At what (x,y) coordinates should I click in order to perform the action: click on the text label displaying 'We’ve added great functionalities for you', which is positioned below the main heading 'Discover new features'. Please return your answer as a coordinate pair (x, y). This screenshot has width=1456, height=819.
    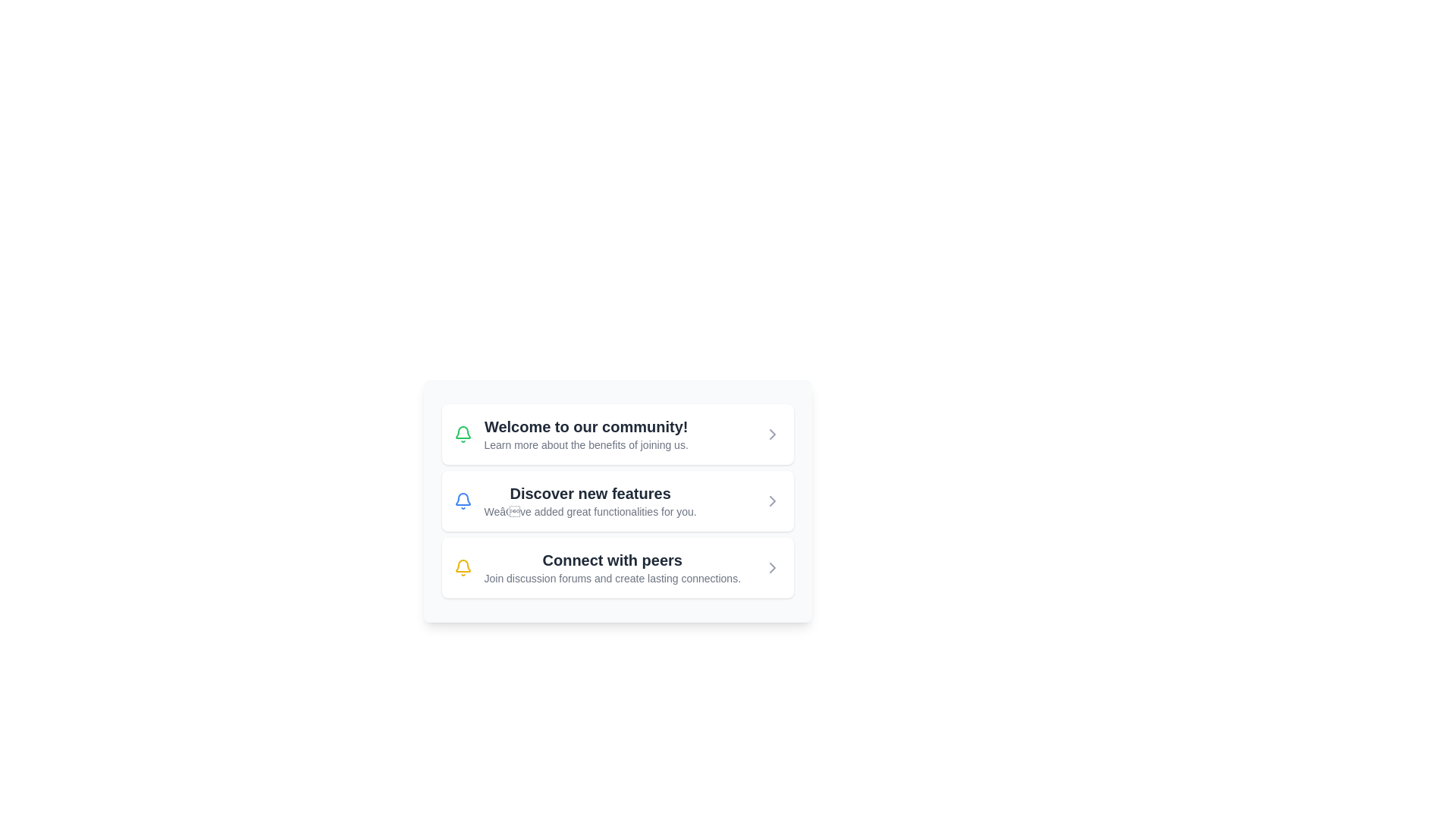
    Looking at the image, I should click on (589, 512).